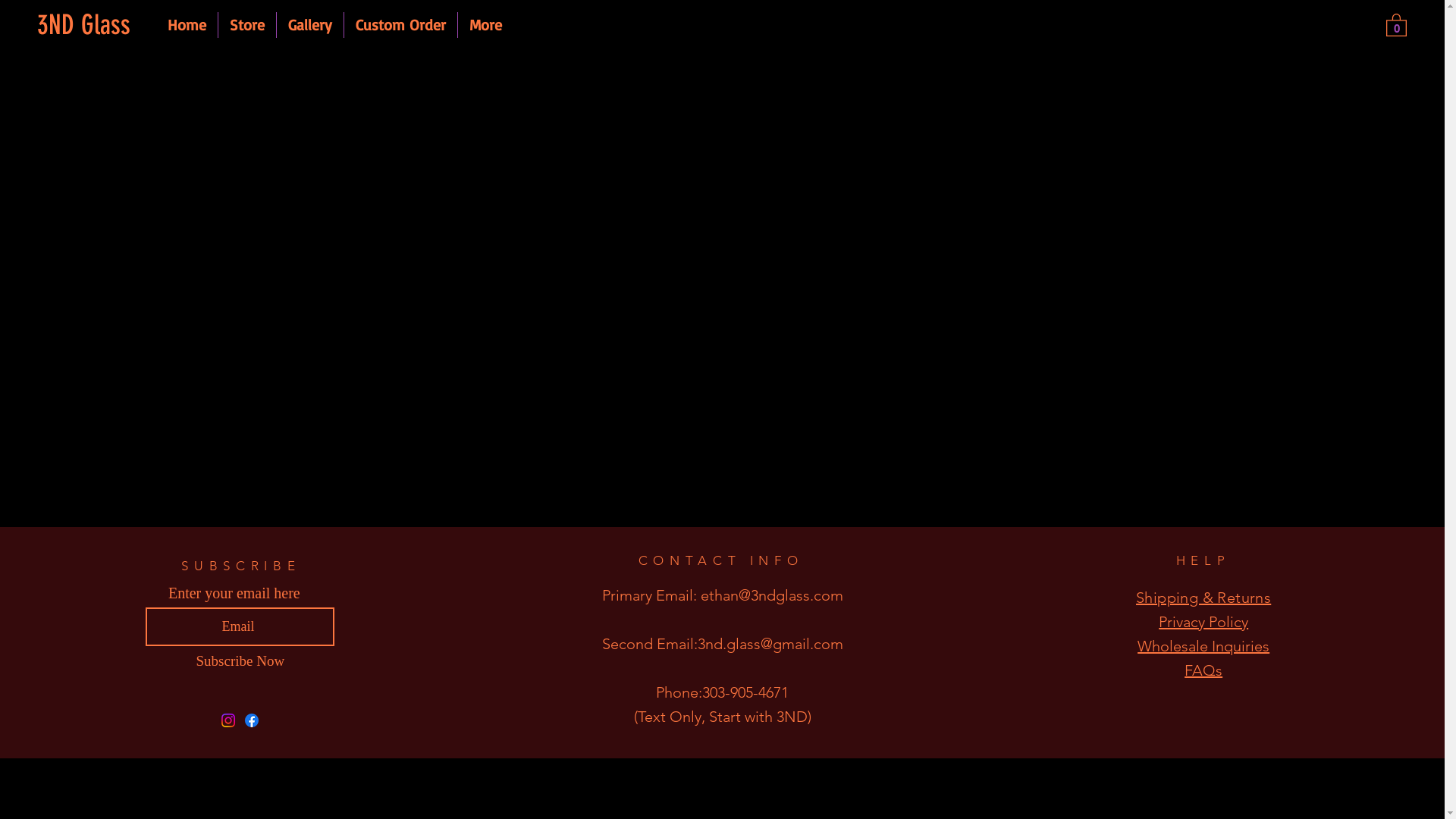 The height and width of the screenshot is (819, 1456). Describe the element at coordinates (1203, 596) in the screenshot. I see `'Shipping & Returns'` at that location.